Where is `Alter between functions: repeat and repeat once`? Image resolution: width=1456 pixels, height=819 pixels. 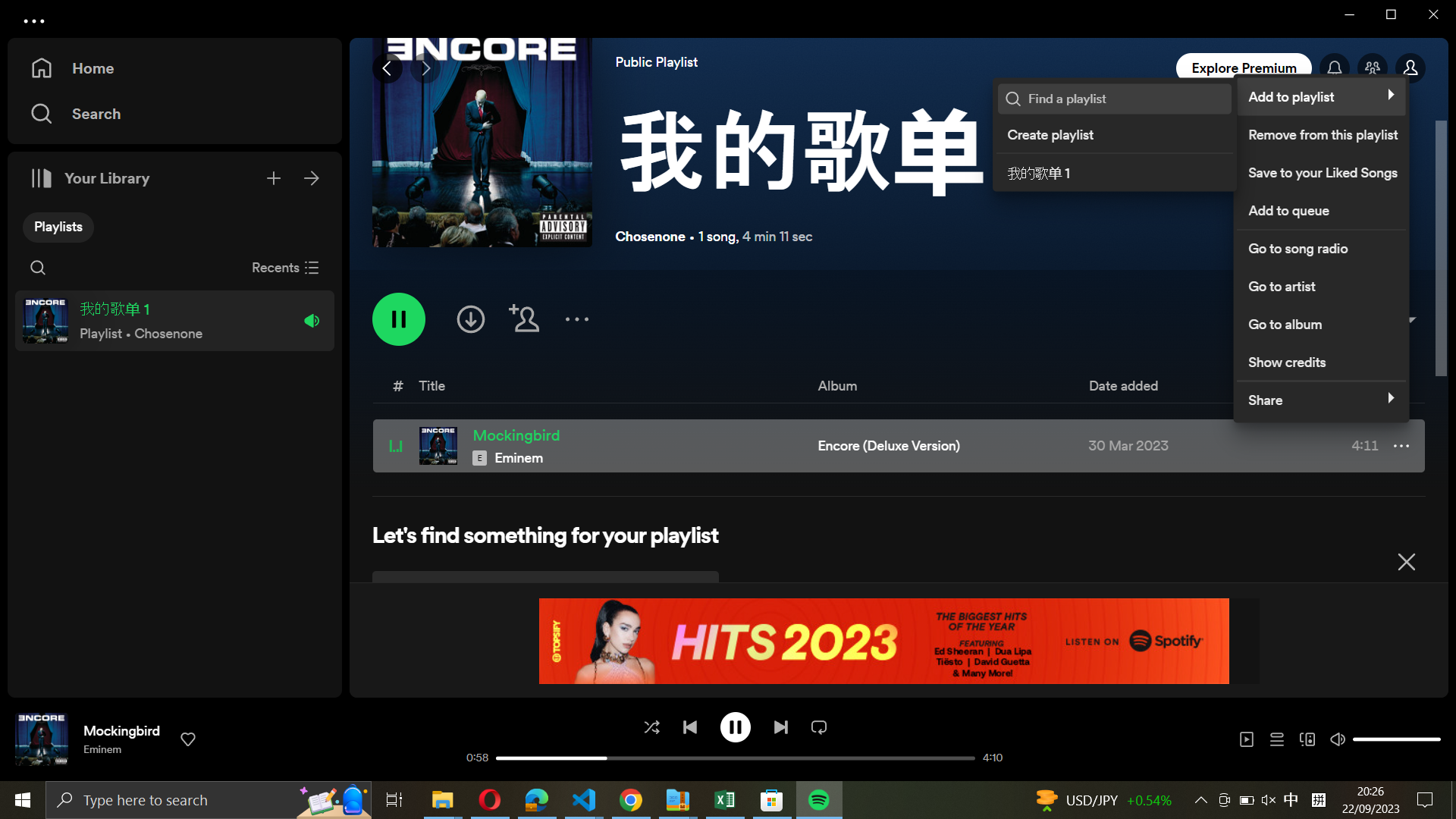 Alter between functions: repeat and repeat once is located at coordinates (818, 725).